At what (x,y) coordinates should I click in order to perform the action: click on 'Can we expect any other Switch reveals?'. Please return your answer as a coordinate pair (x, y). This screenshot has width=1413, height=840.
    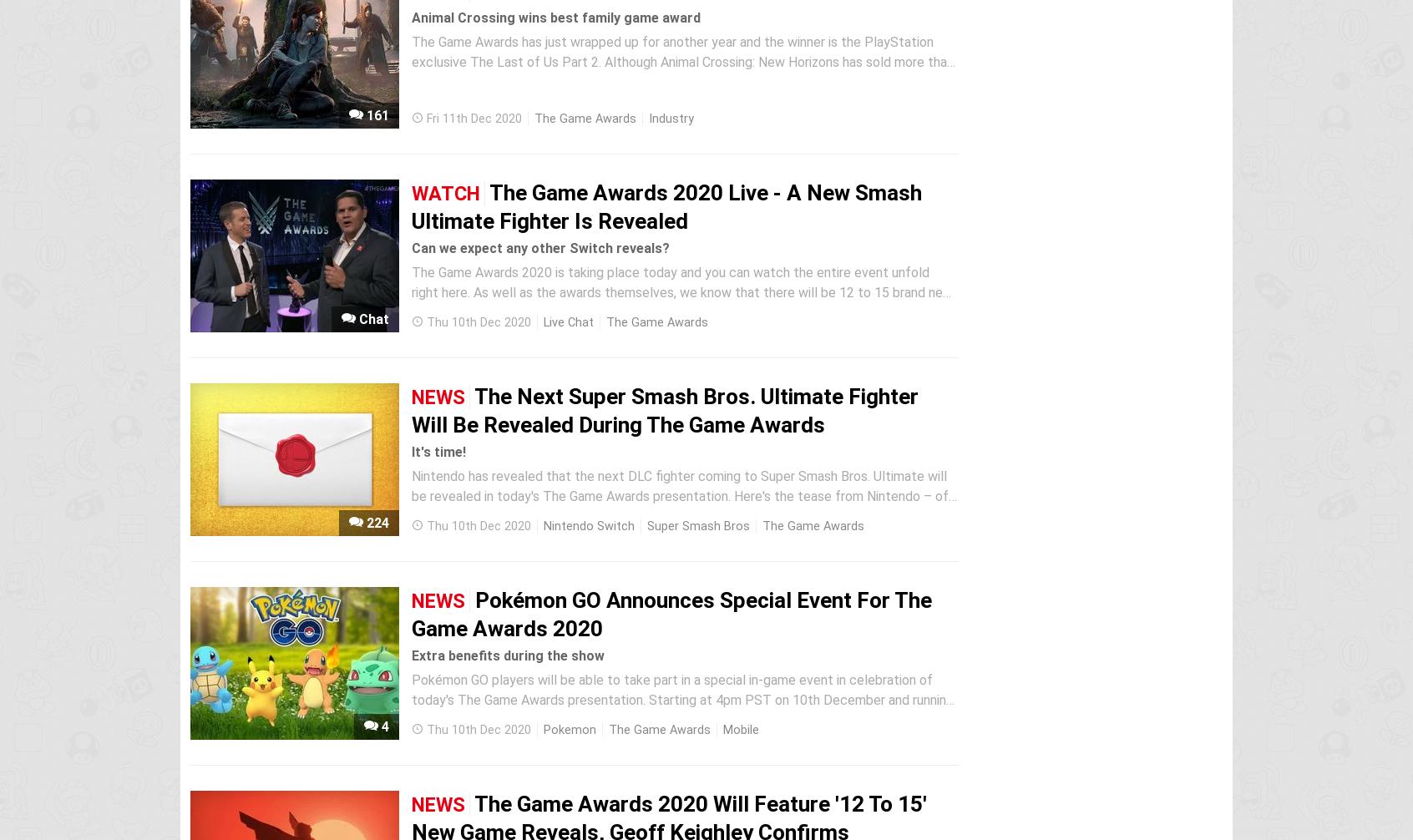
    Looking at the image, I should click on (540, 247).